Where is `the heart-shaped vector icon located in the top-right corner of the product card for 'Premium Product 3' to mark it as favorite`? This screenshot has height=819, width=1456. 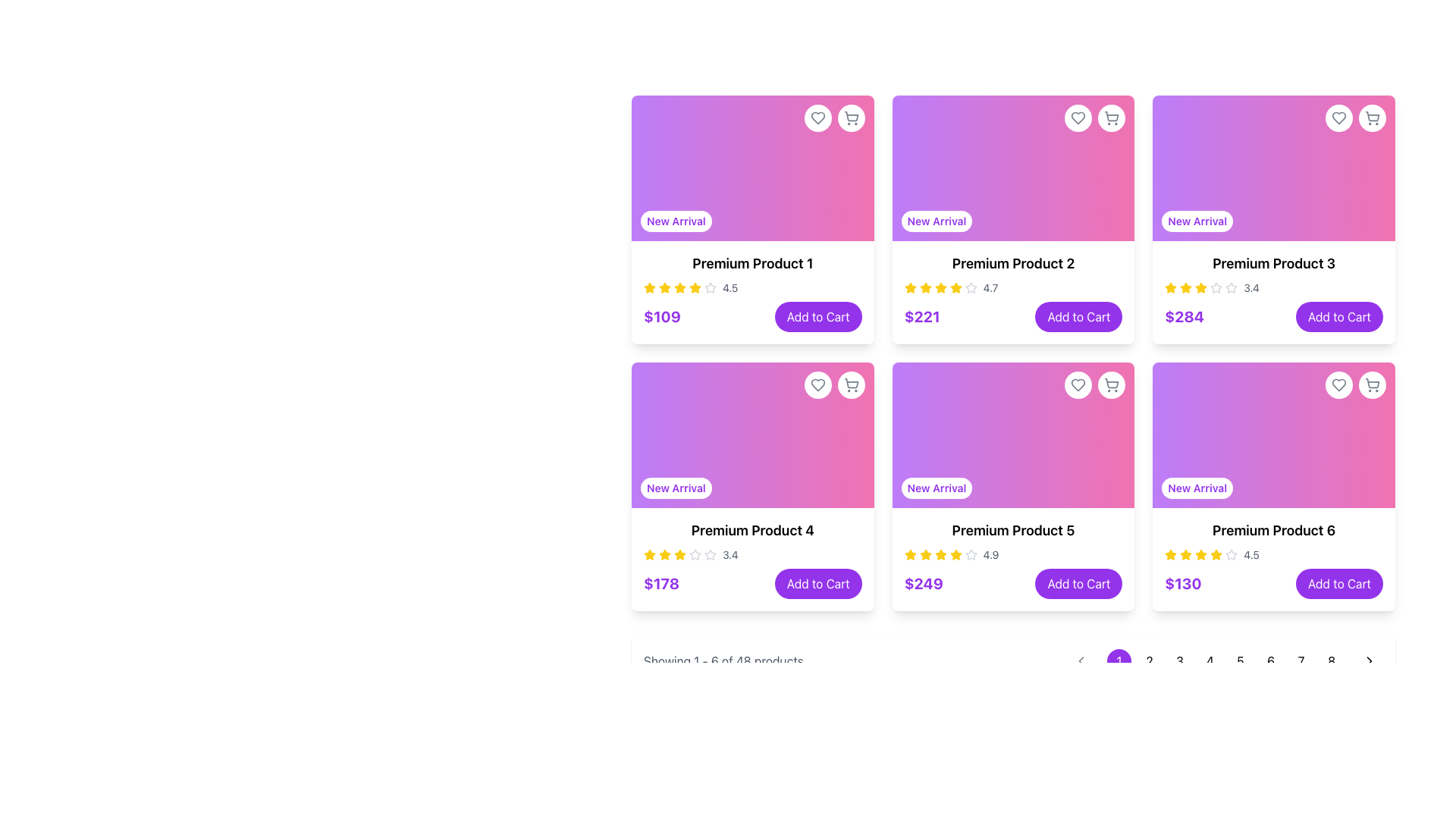
the heart-shaped vector icon located in the top-right corner of the product card for 'Premium Product 3' to mark it as favorite is located at coordinates (1339, 117).